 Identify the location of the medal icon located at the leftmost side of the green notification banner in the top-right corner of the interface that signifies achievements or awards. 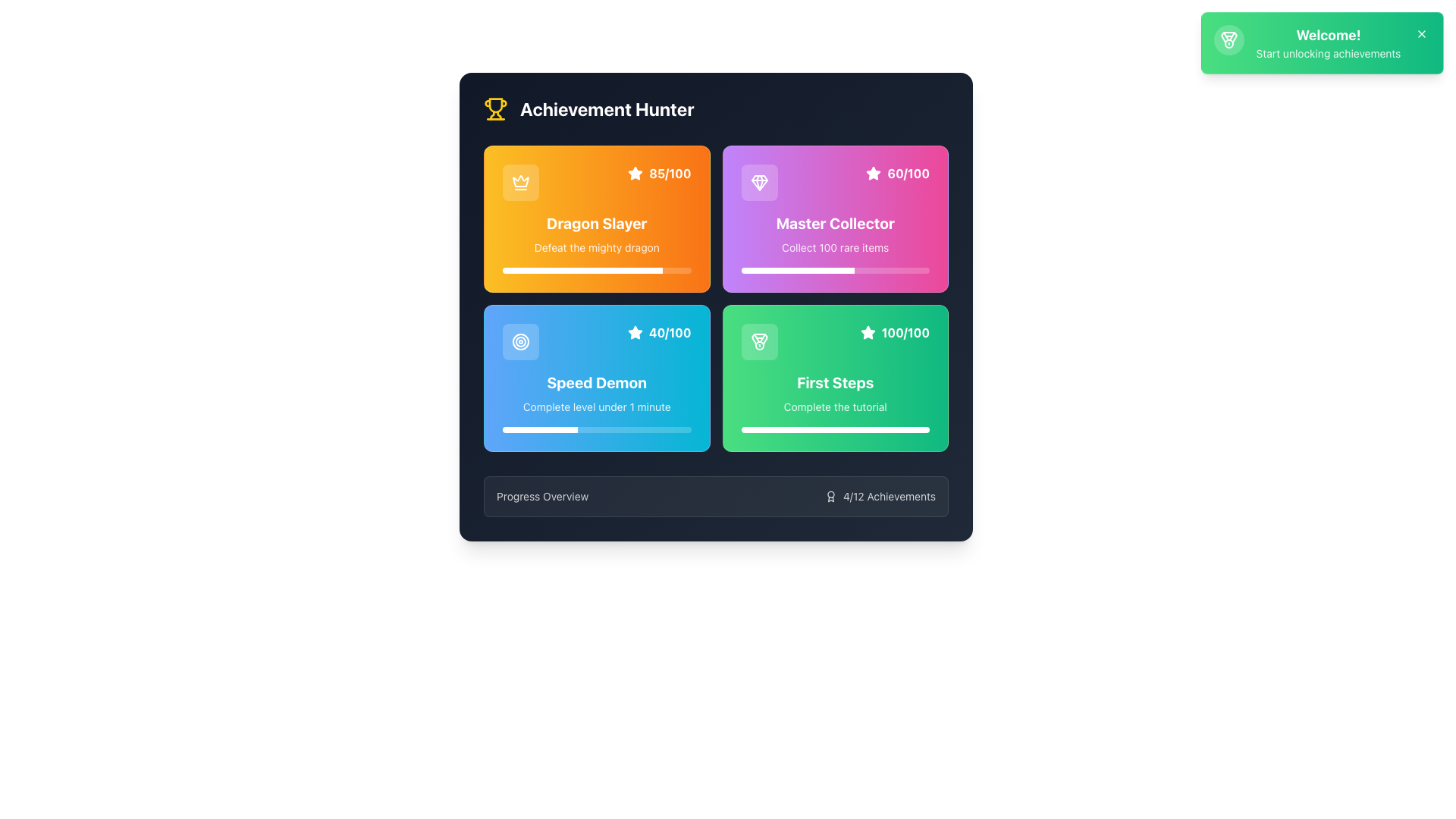
(1229, 39).